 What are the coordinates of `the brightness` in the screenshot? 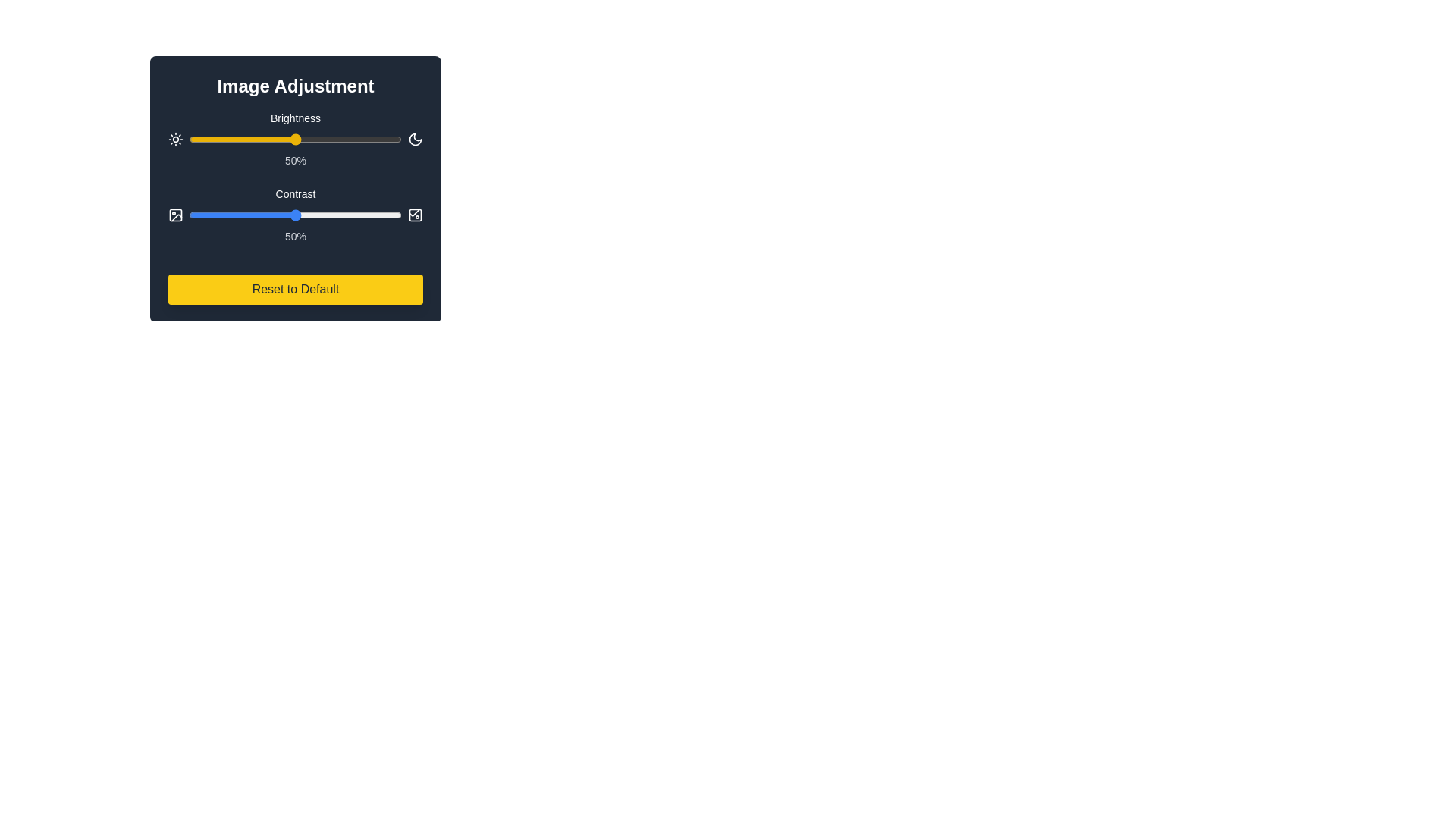 It's located at (235, 140).